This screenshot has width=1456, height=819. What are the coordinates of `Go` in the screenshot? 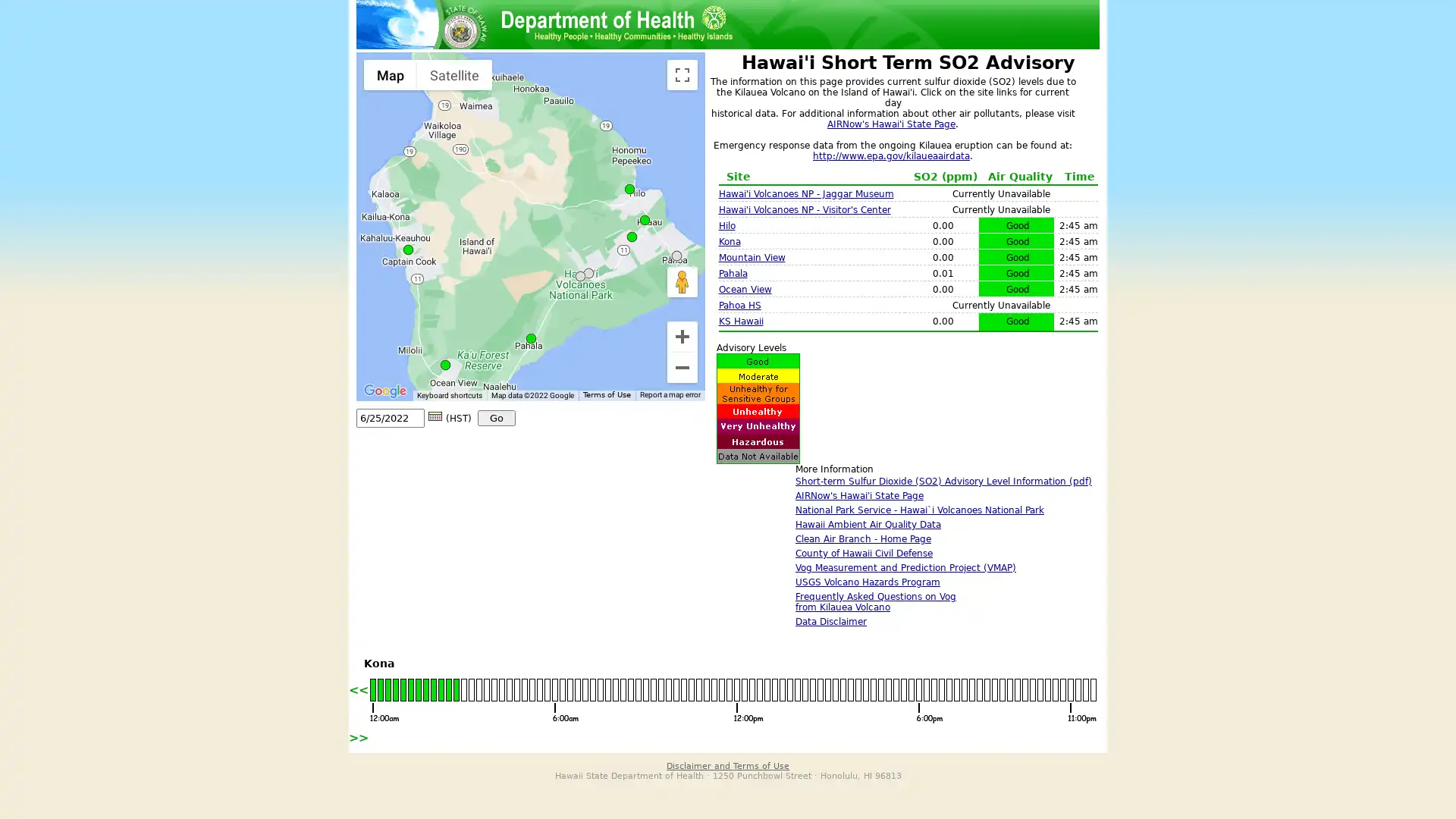 It's located at (496, 418).